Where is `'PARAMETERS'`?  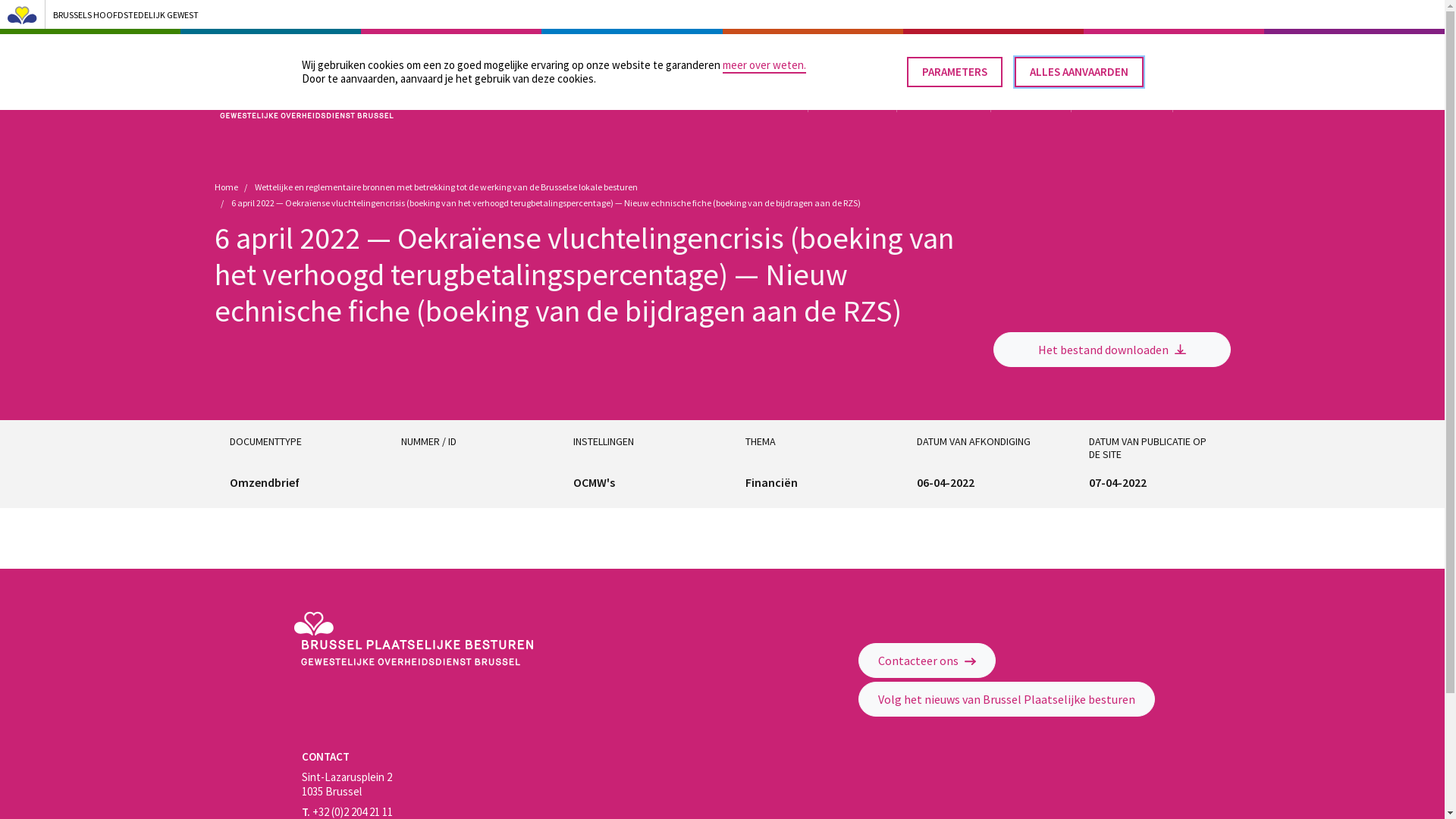 'PARAMETERS' is located at coordinates (953, 72).